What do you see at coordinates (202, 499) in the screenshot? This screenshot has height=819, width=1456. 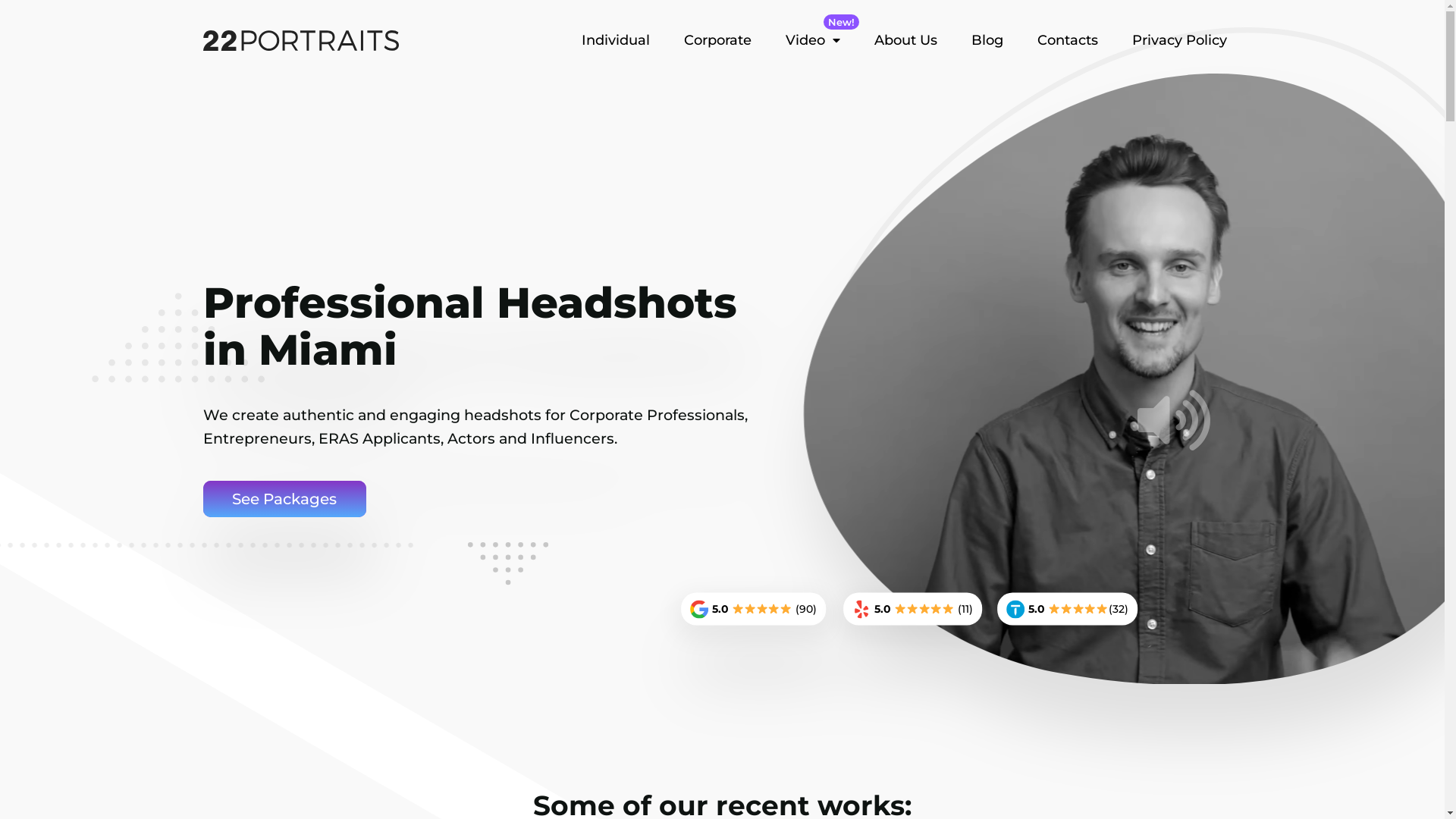 I see `'See Packages'` at bounding box center [202, 499].